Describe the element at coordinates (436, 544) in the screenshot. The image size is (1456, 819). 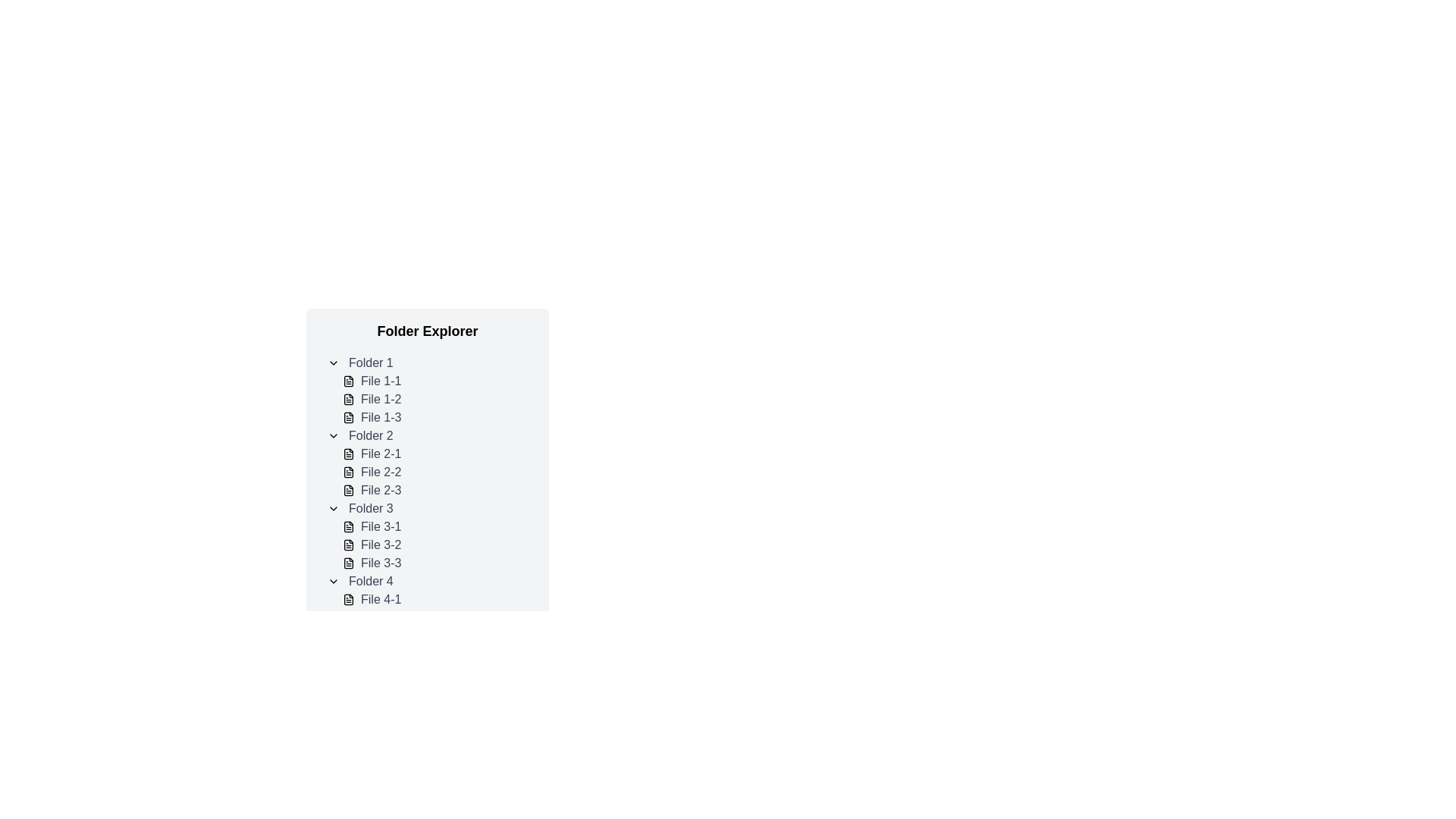
I see `the list item labeled 'File 3-2'` at that location.